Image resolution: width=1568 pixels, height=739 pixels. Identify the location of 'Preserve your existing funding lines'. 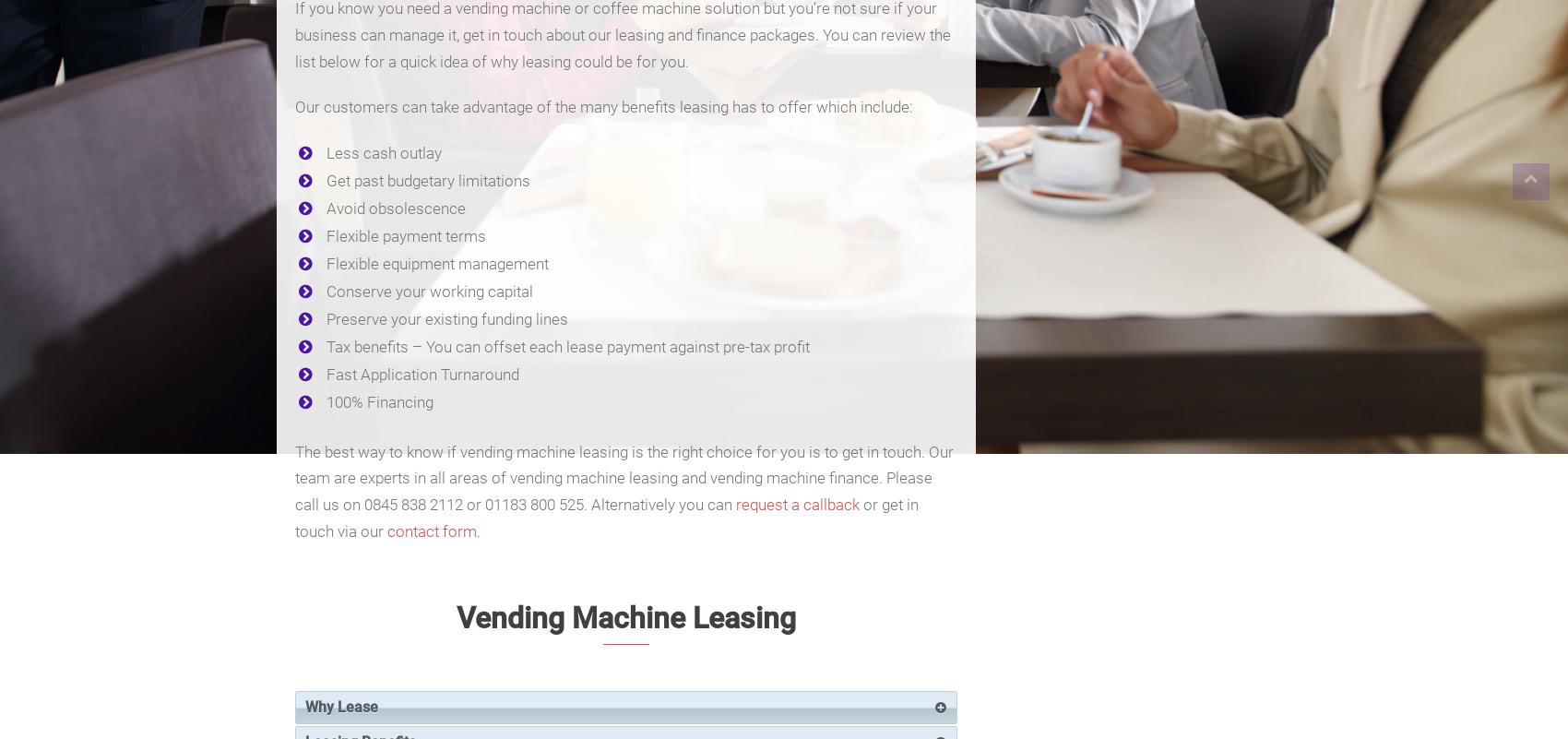
(447, 318).